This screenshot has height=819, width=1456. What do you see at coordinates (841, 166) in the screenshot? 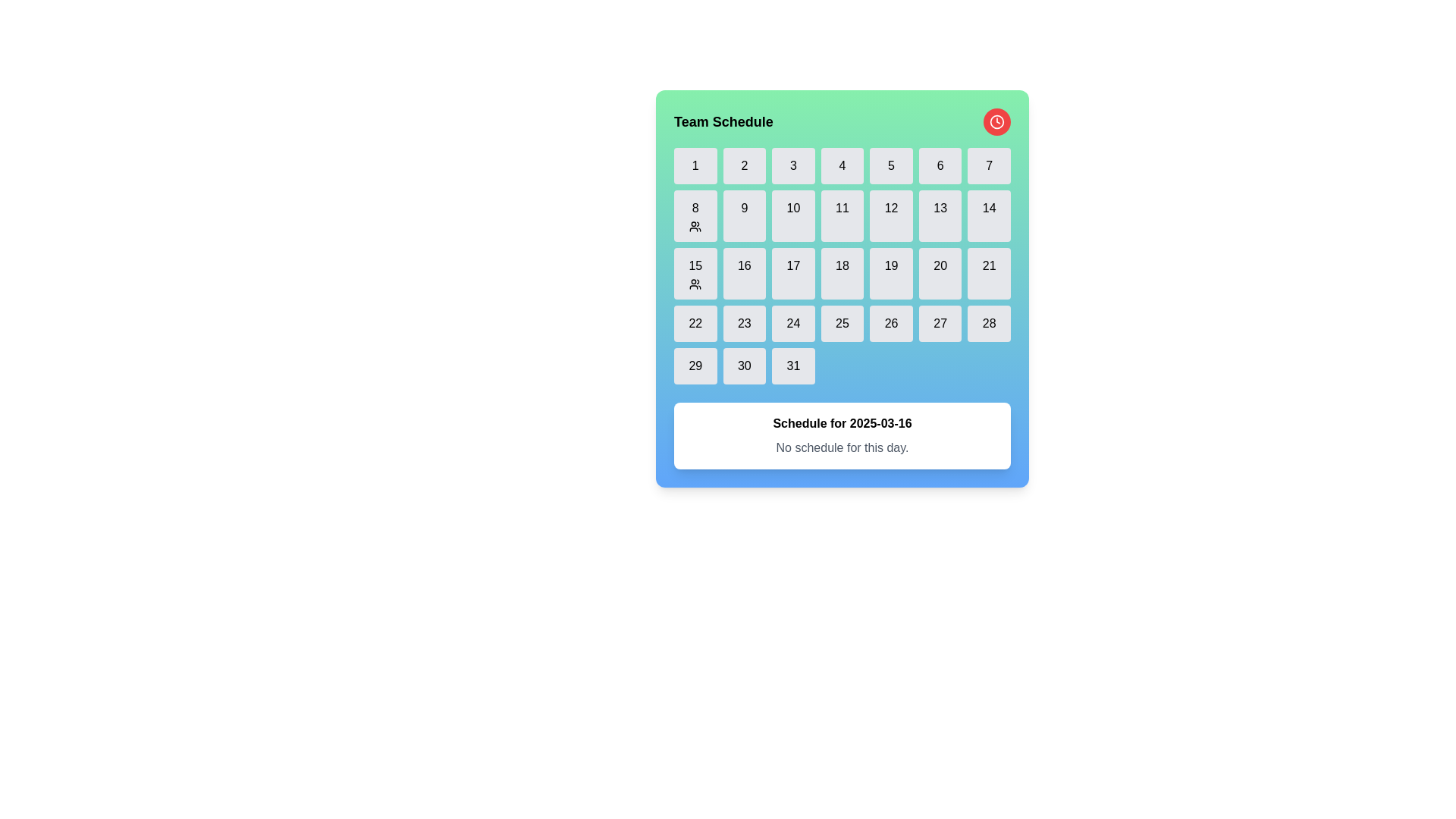
I see `the text element representing the fourth day of the month in the calendar grid, located in the first row, fourth column` at bounding box center [841, 166].